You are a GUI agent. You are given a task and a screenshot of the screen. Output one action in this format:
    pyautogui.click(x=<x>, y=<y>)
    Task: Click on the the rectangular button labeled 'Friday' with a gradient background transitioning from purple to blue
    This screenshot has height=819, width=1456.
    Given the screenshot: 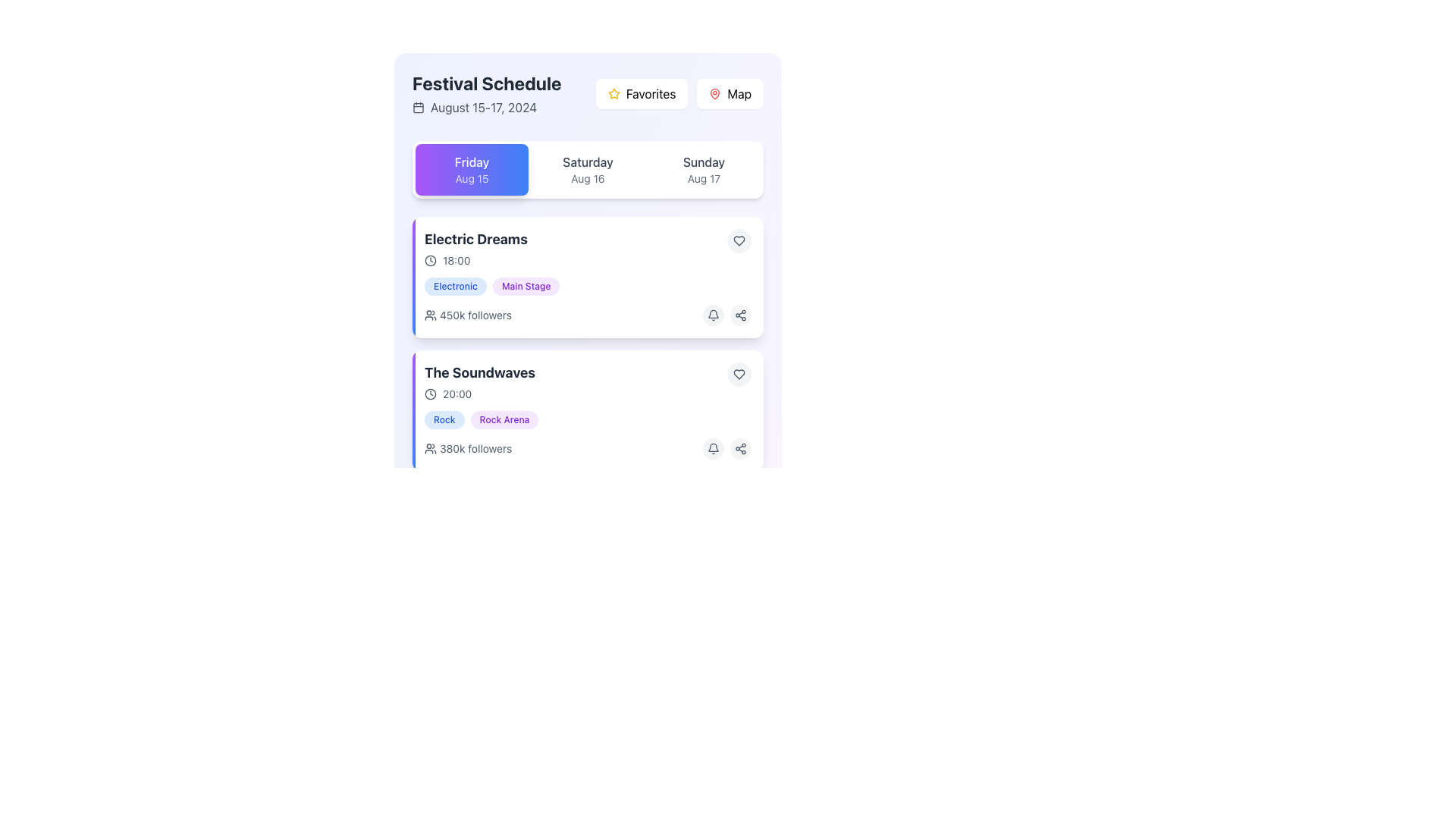 What is the action you would take?
    pyautogui.click(x=471, y=169)
    